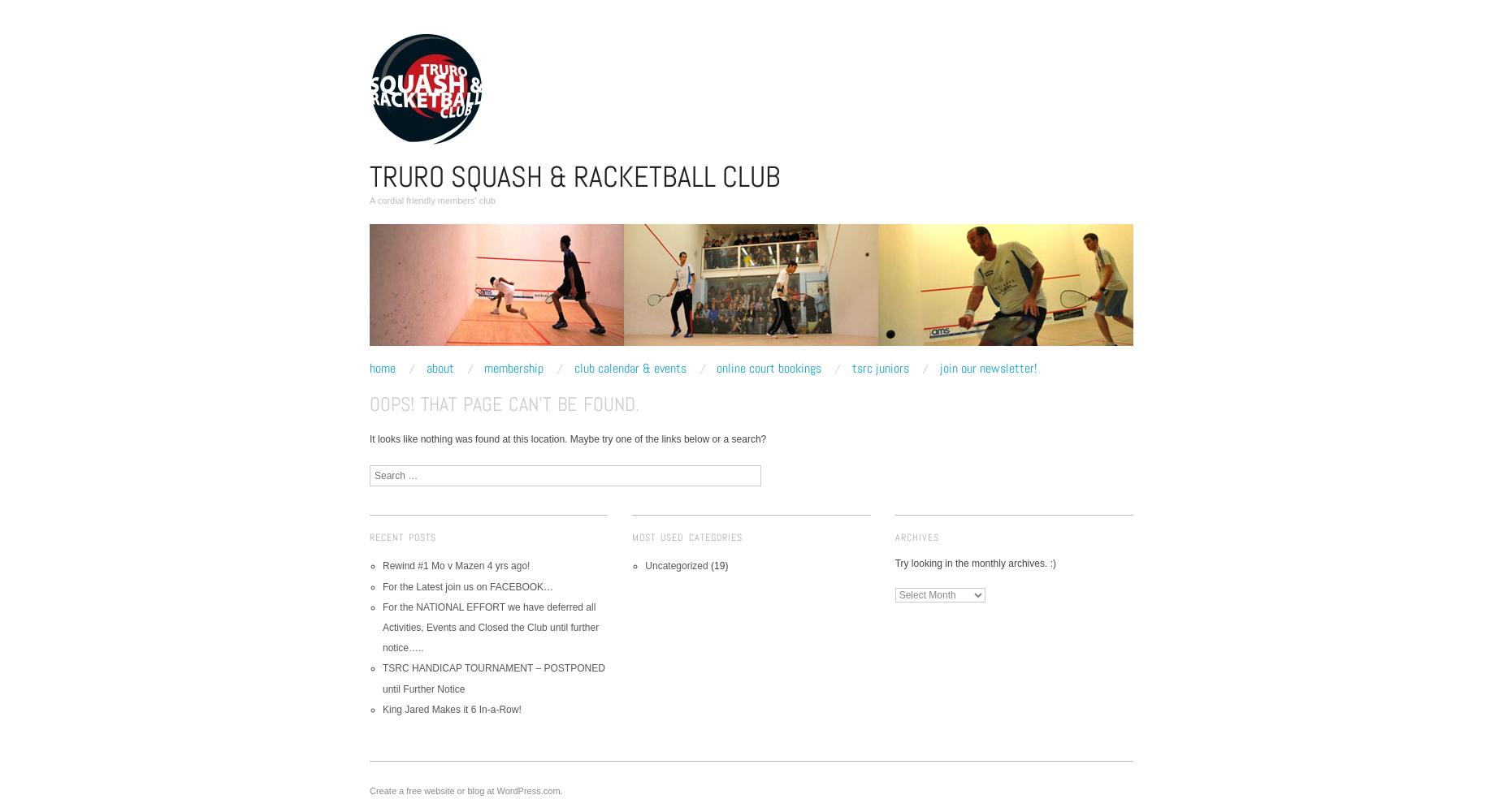 This screenshot has height=812, width=1503. Describe the element at coordinates (456, 565) in the screenshot. I see `'Rewind #1 Mo v Mazen 4 yrs ago!'` at that location.